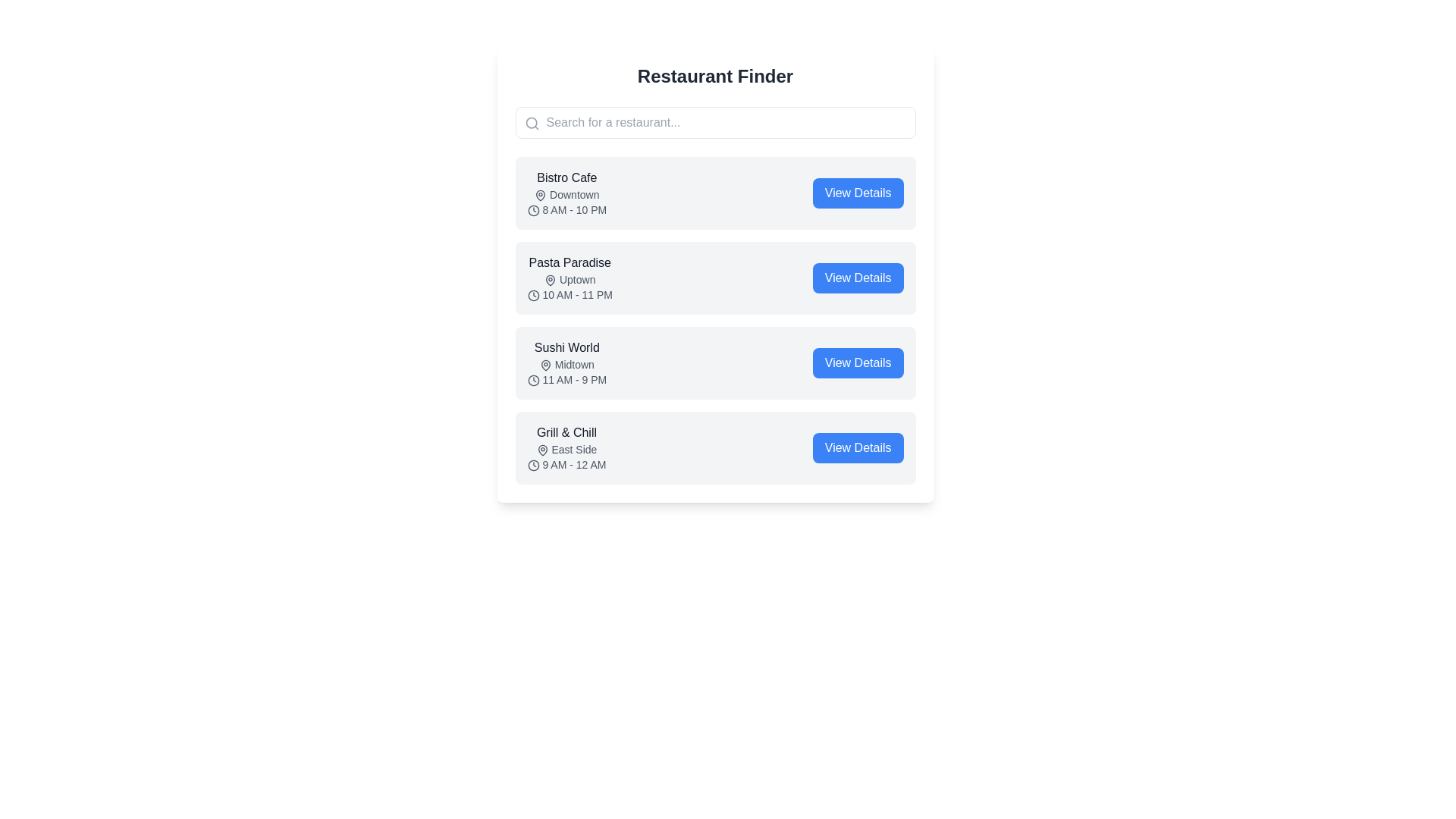  I want to click on the first informational label that provides details about a restaurant, including its name, location, and operation hours, which is located at the top of the vertical list of restaurant entries, so click(566, 192).